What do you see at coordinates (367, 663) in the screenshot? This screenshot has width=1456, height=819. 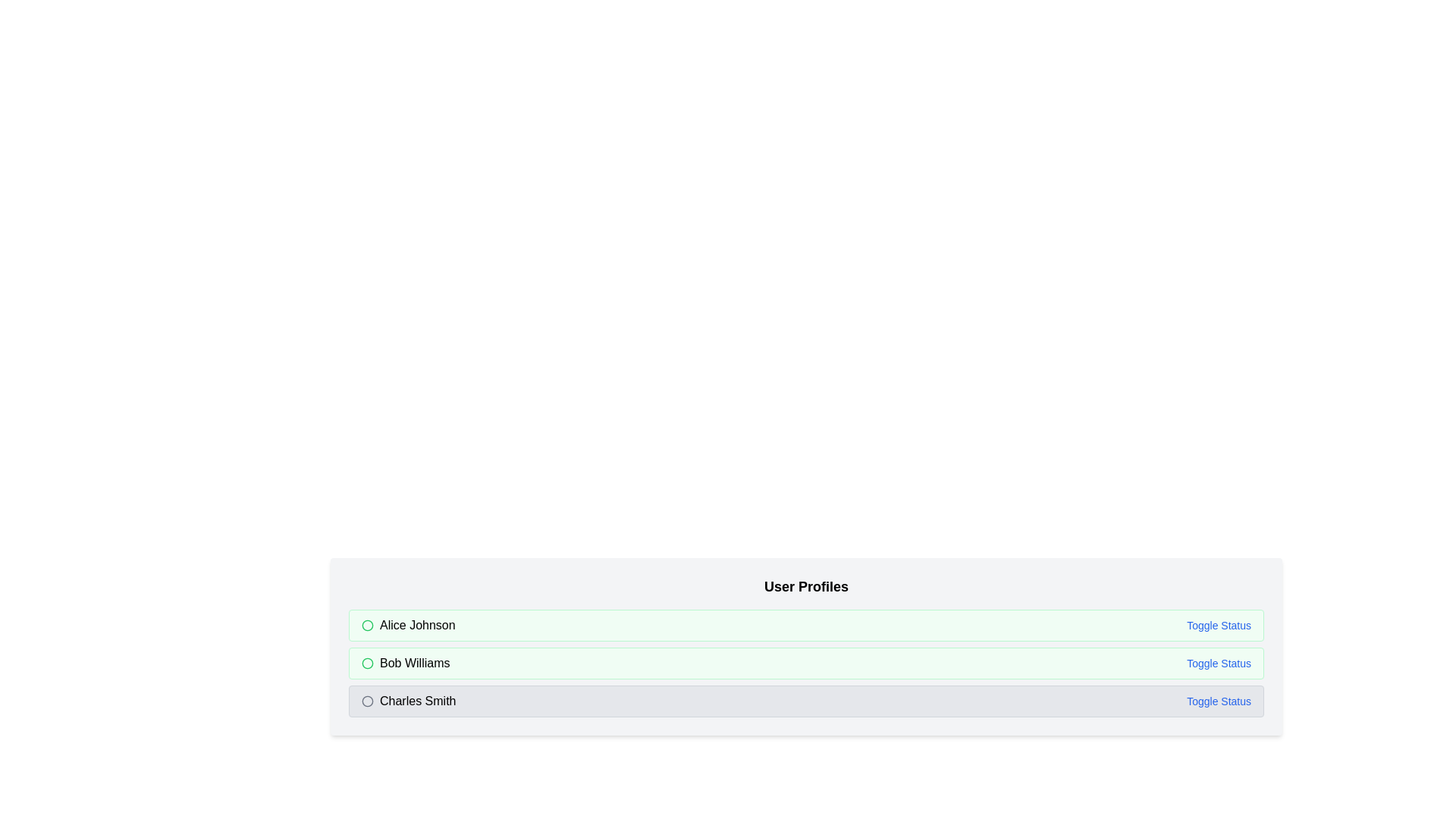 I see `the Status indicator icon for the user 'Bob Williams' to check the online or active status` at bounding box center [367, 663].